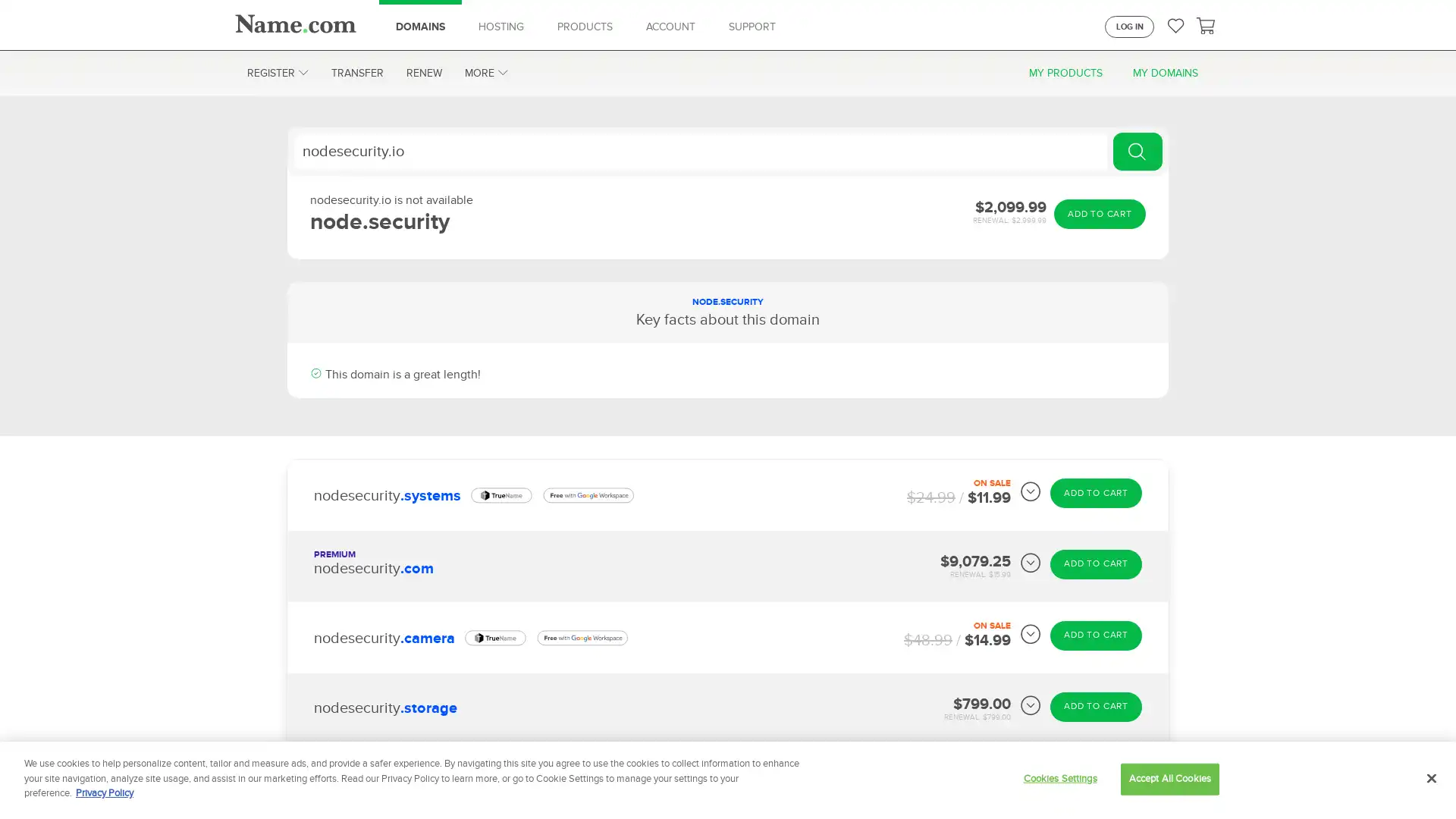 This screenshot has height=819, width=1456. I want to click on ADD TO CART, so click(1096, 635).